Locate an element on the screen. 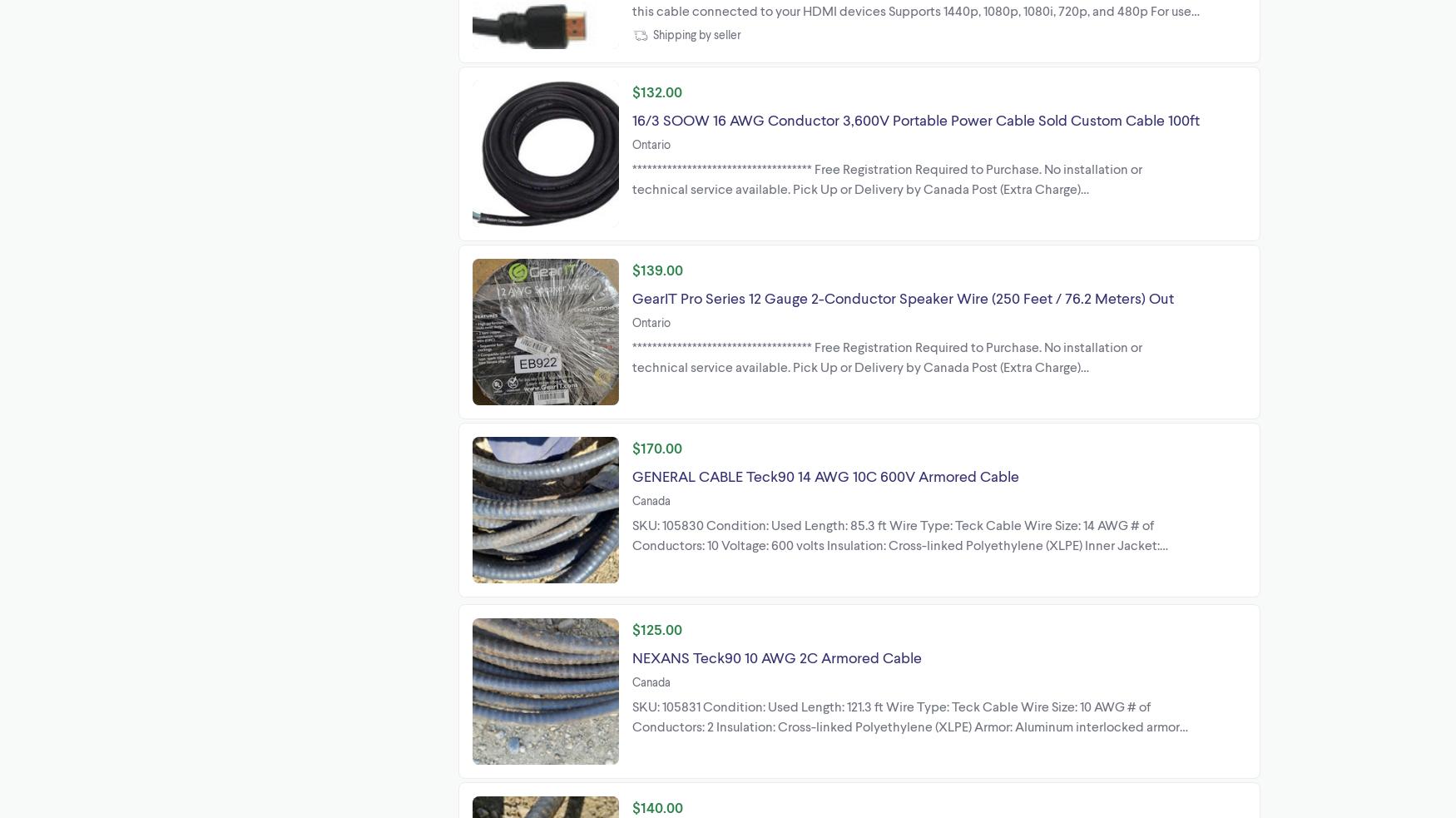  '$140.00' is located at coordinates (656, 806).